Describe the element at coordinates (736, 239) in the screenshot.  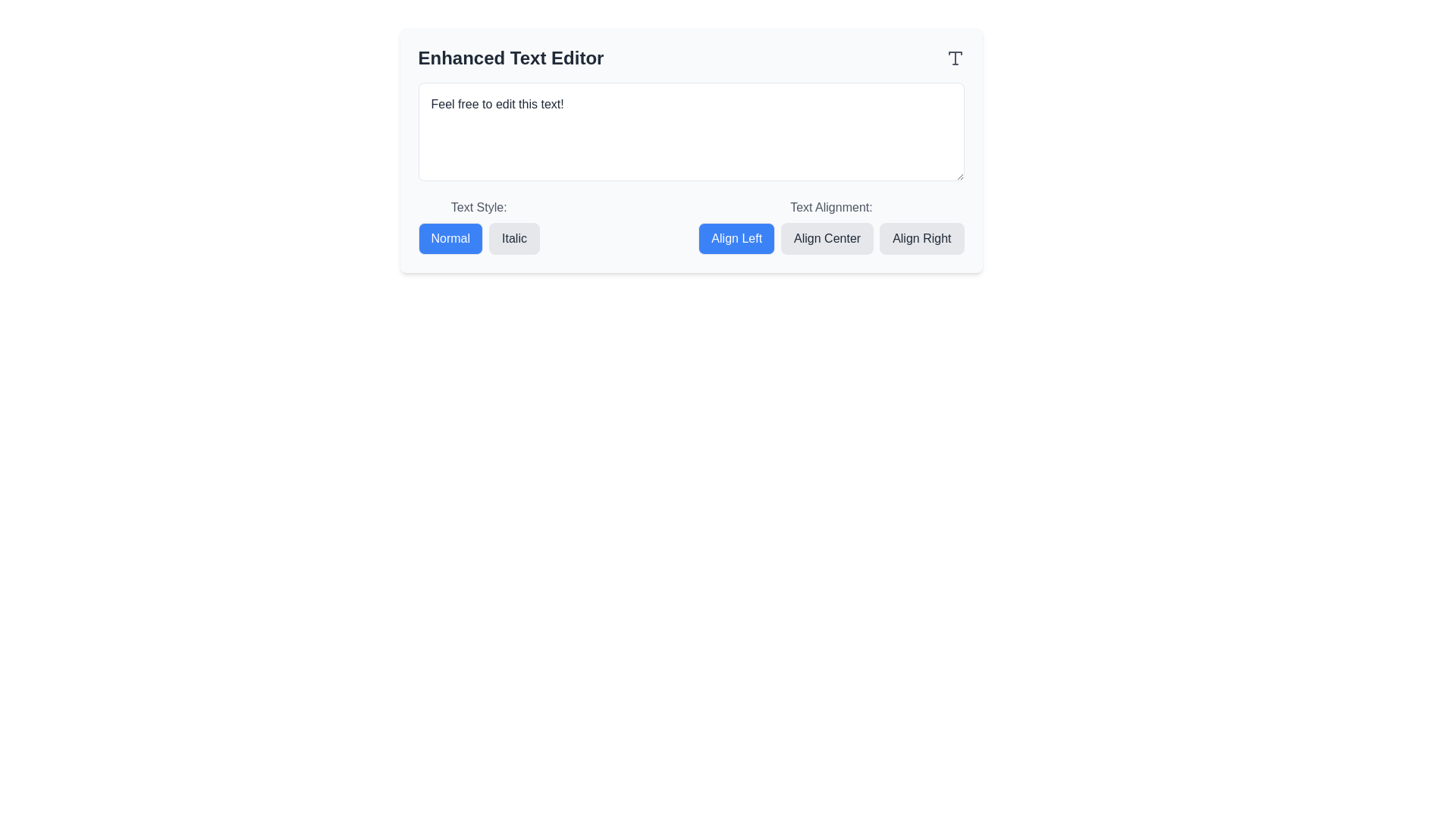
I see `the leftmost button in the 'Text Alignment' section to align text to the left` at that location.